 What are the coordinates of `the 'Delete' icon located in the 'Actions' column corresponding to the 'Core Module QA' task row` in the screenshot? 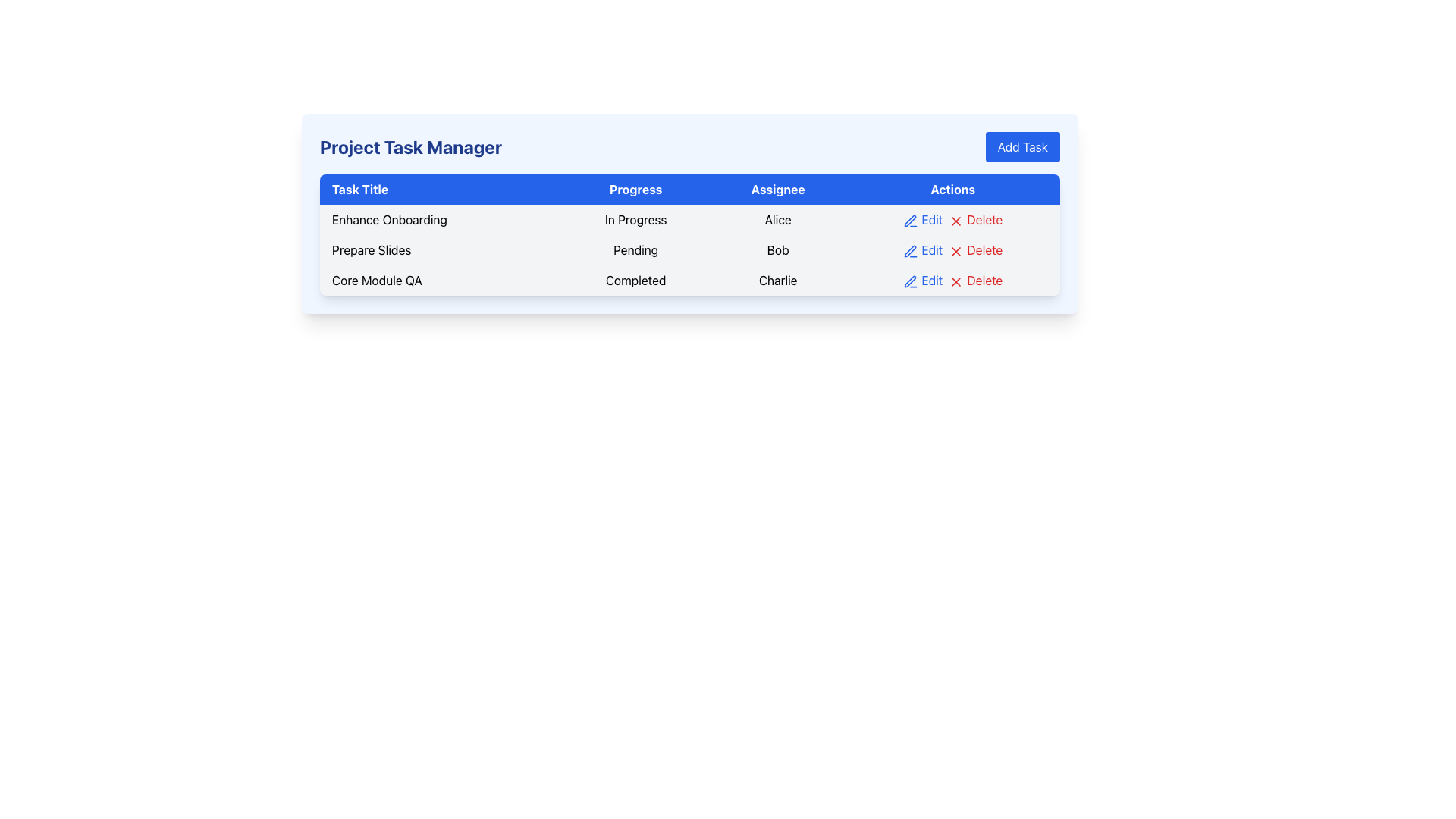 It's located at (955, 281).